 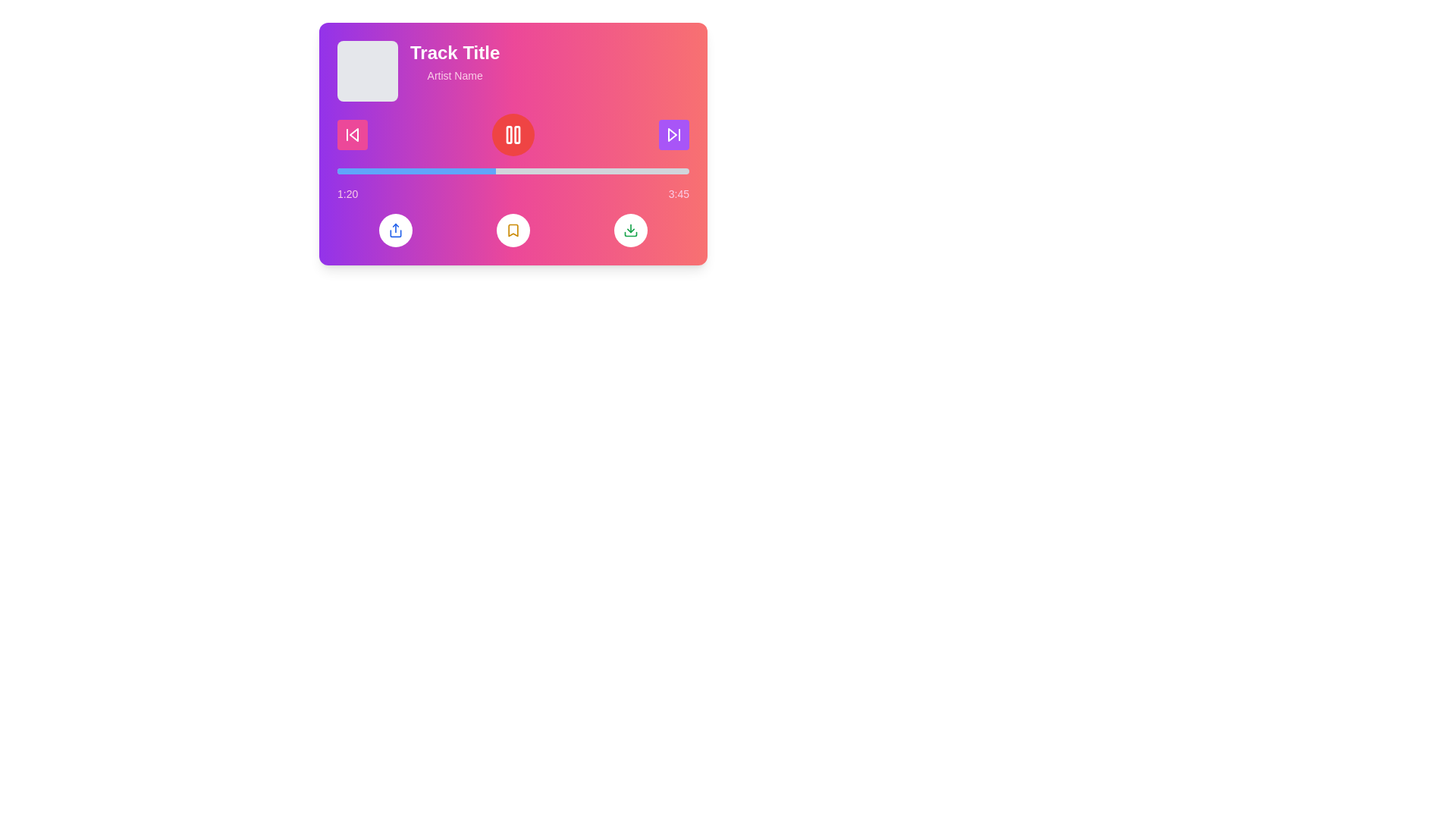 I want to click on the progress bar segment that visually indicates the amount of progress completed in the music player interface, so click(x=416, y=171).